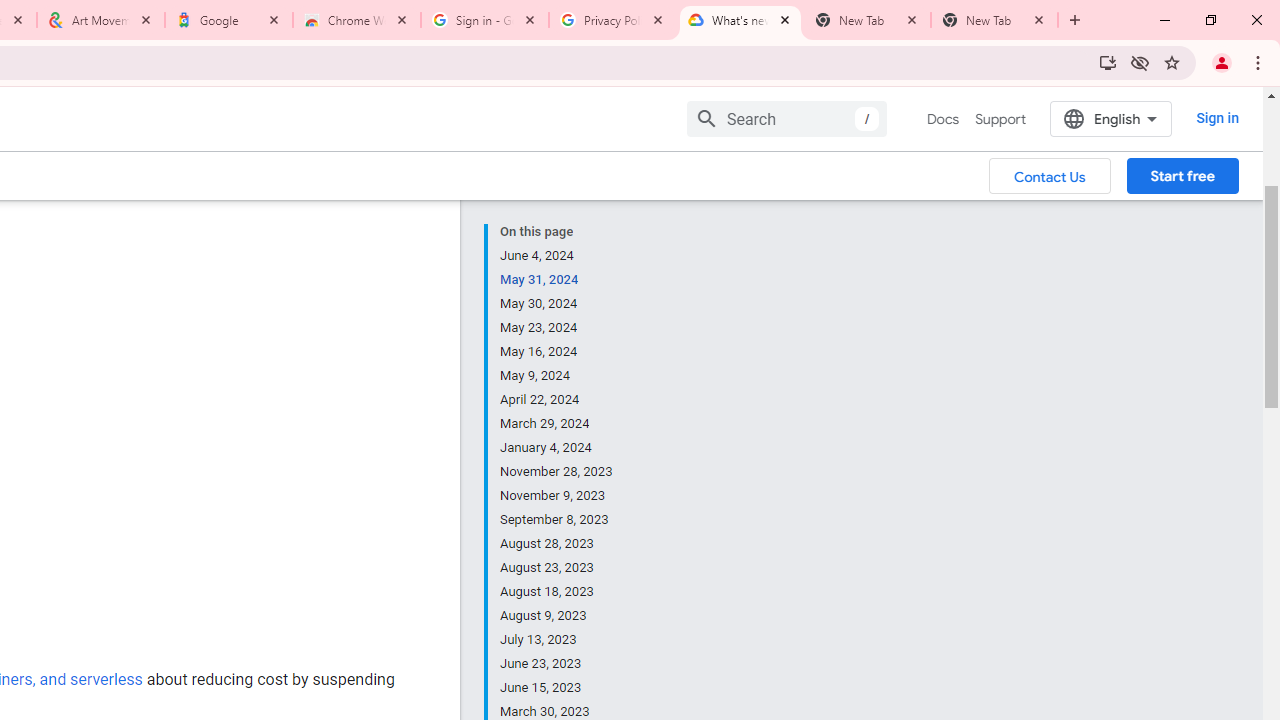 Image resolution: width=1280 pixels, height=720 pixels. I want to click on 'Search', so click(785, 118).